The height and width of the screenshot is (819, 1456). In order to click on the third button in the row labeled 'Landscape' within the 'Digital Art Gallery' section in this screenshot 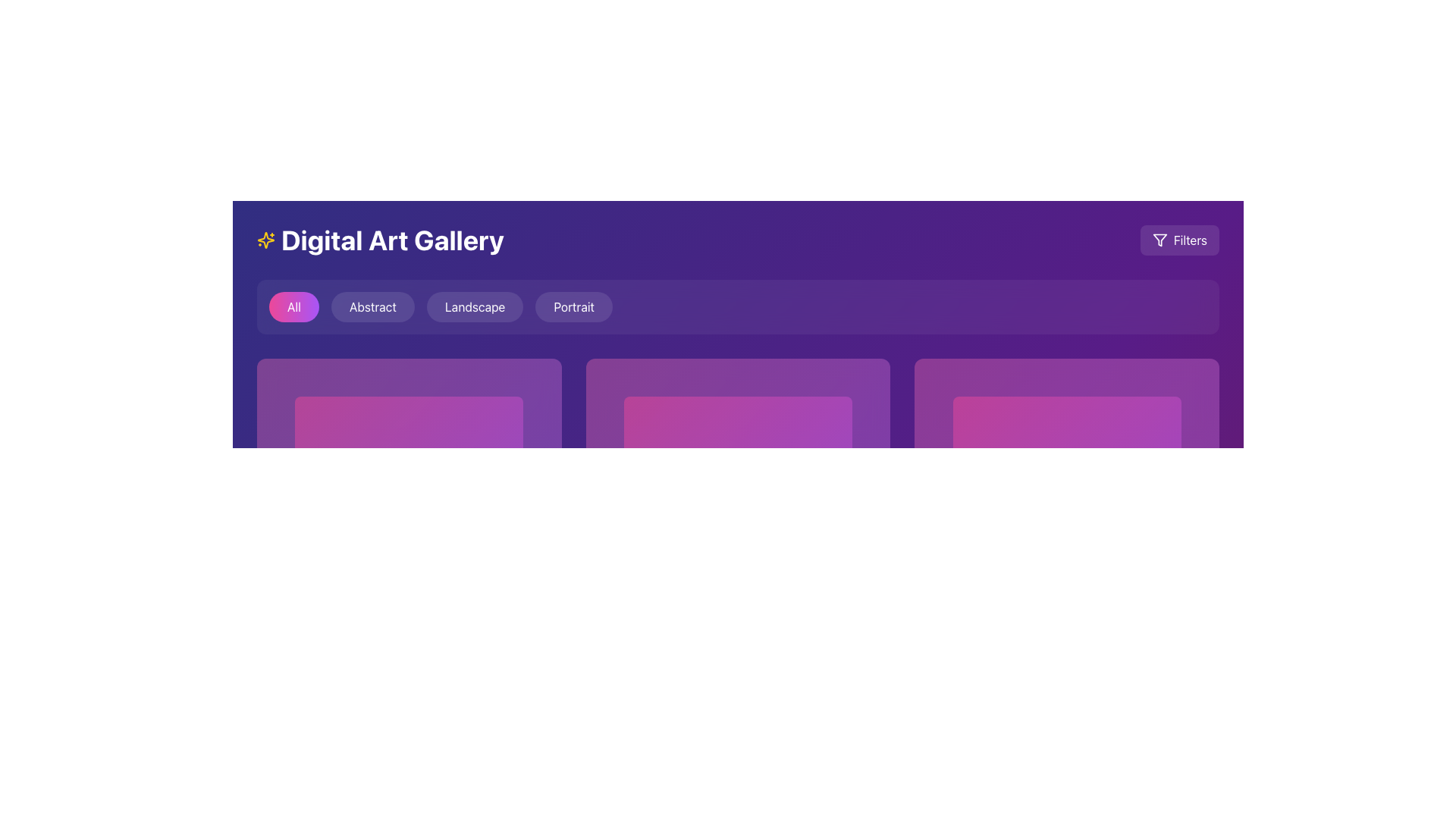, I will do `click(474, 307)`.